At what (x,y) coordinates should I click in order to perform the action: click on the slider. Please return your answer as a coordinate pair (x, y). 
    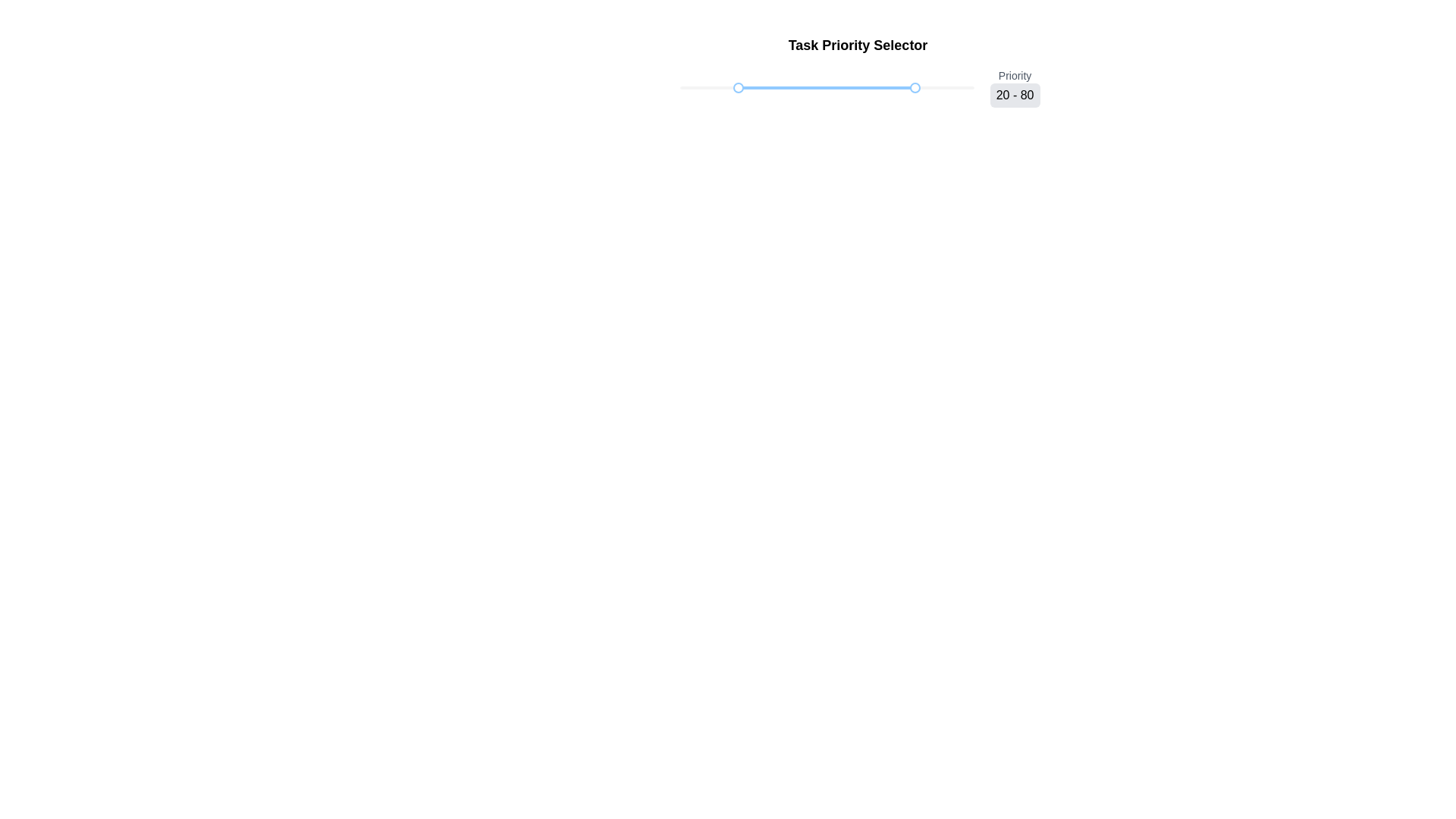
    Looking at the image, I should click on (754, 87).